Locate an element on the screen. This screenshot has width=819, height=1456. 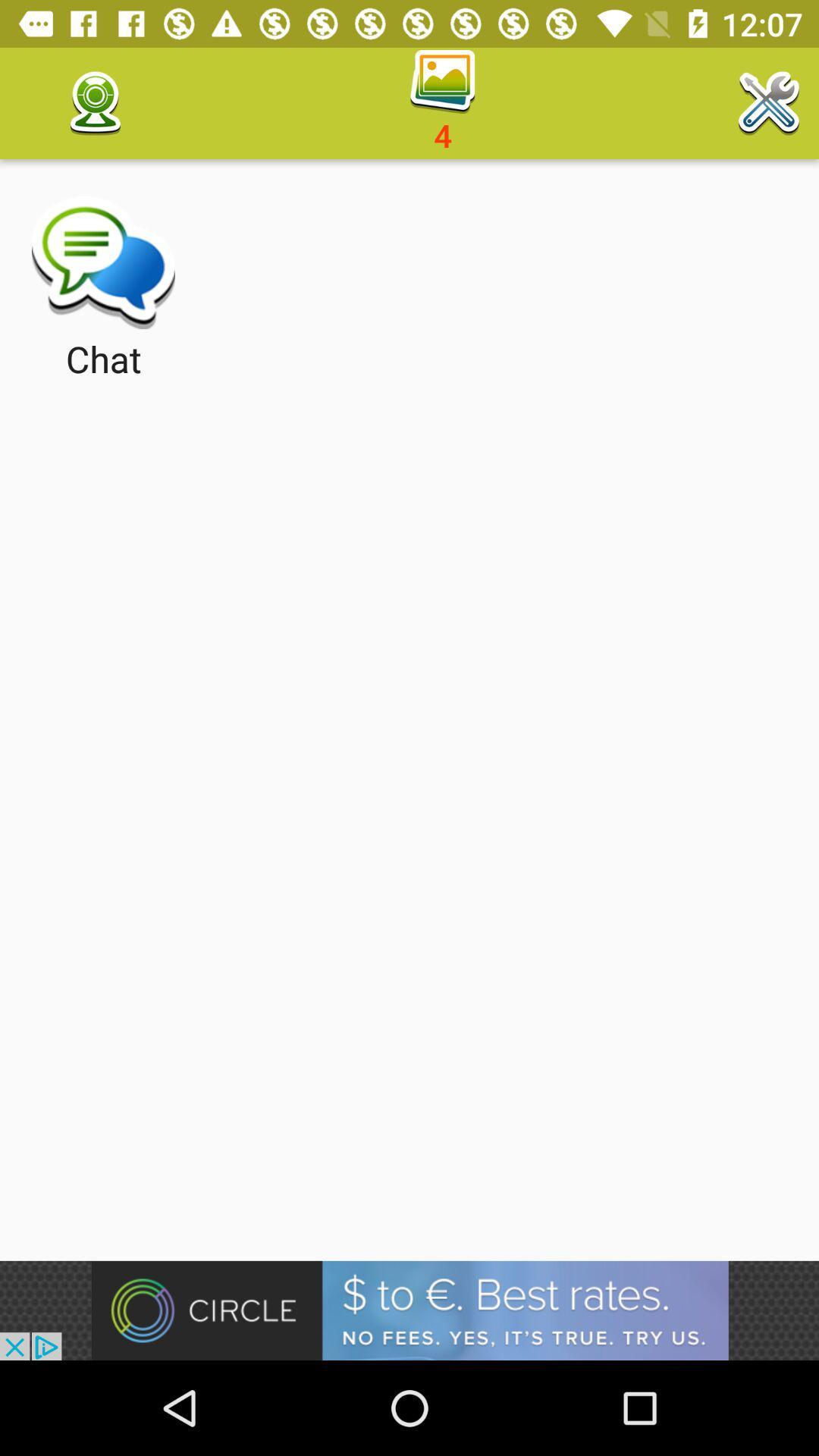
advertisement is located at coordinates (409, 1310).